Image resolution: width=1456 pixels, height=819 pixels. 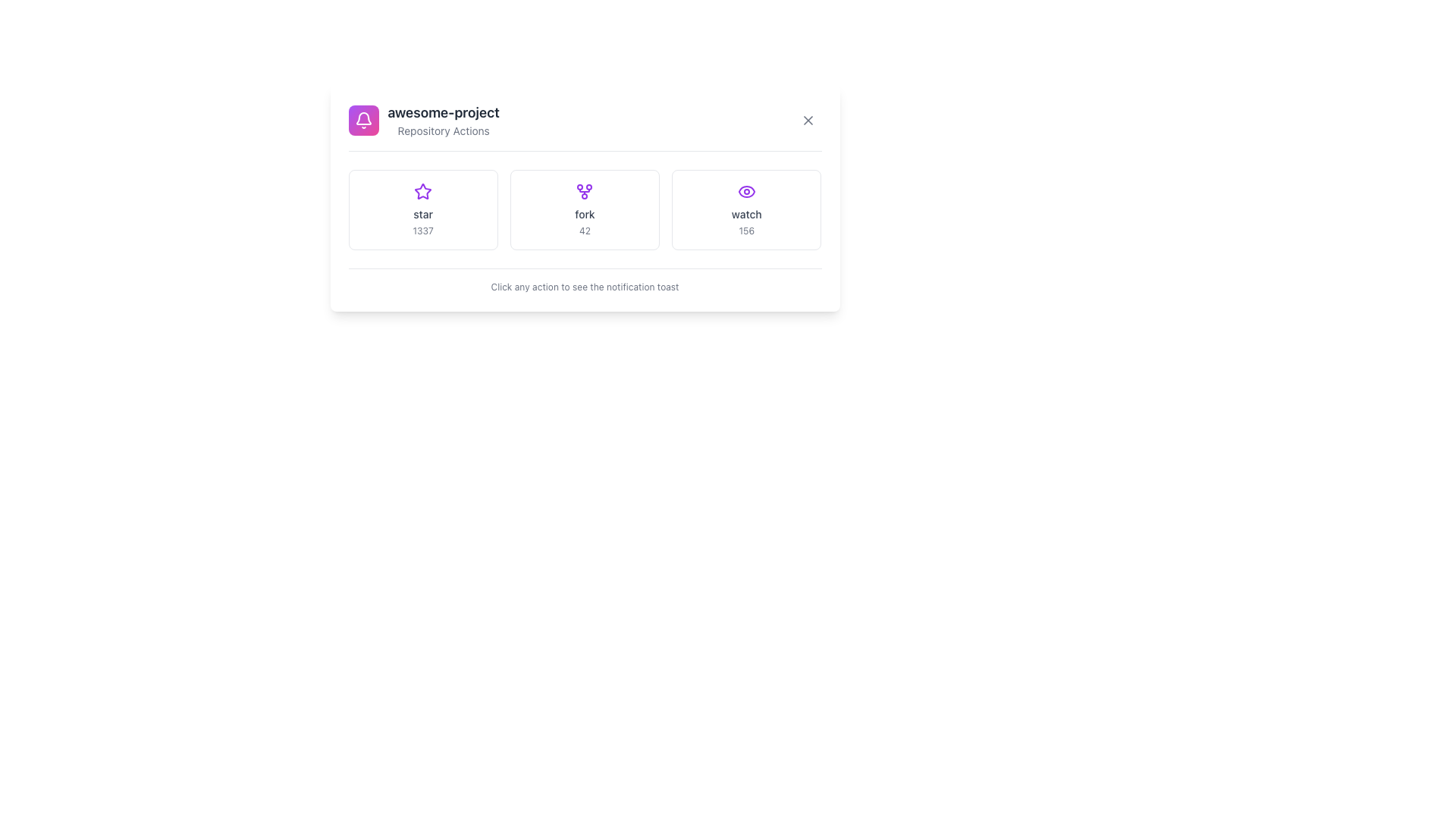 What do you see at coordinates (423, 231) in the screenshot?
I see `the text label displaying the count related to the 'star' feature, located beneath the 'star' label within the first bordered box at the center of the interface` at bounding box center [423, 231].